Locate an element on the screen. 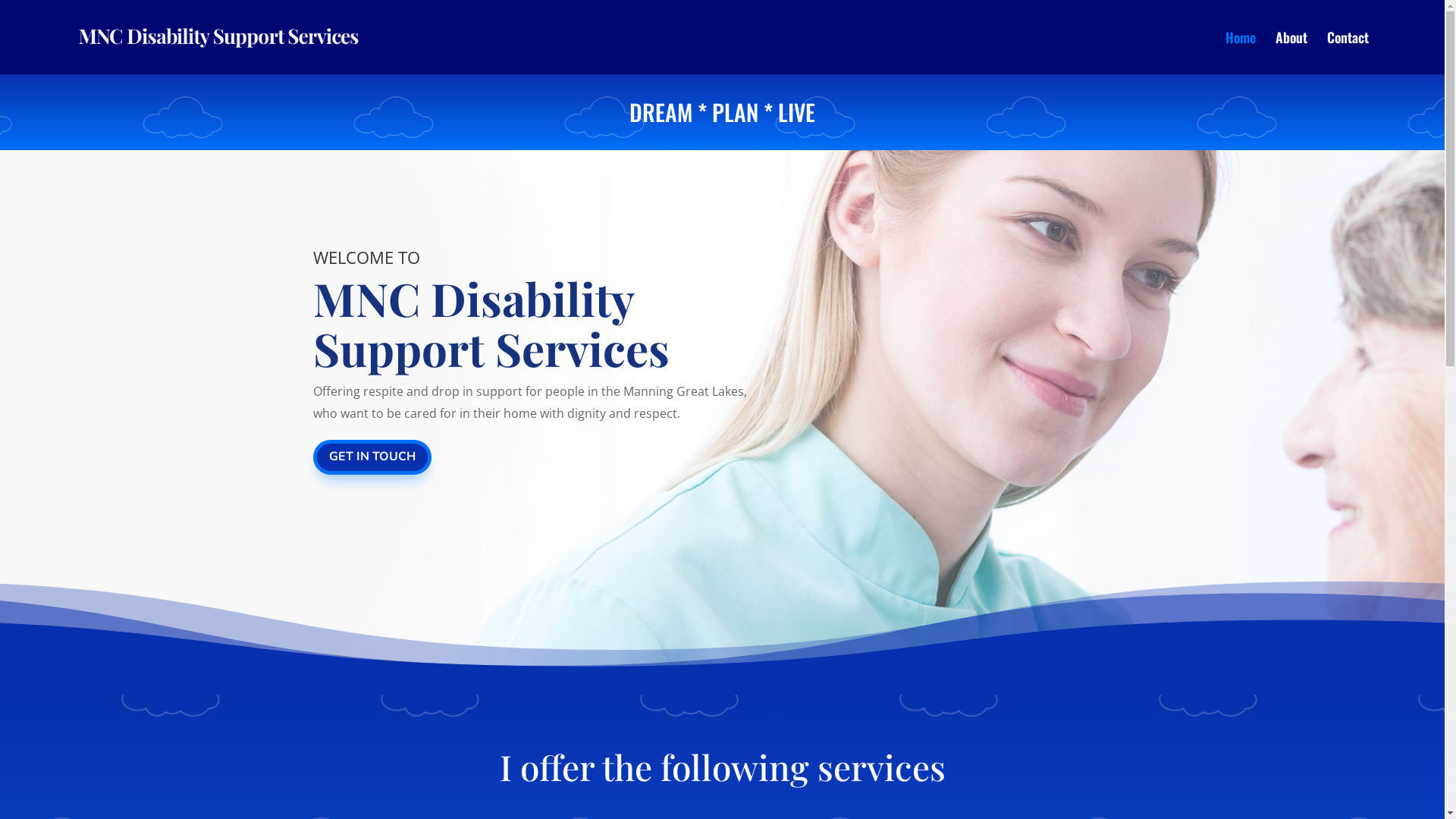  'Contact' is located at coordinates (1348, 52).